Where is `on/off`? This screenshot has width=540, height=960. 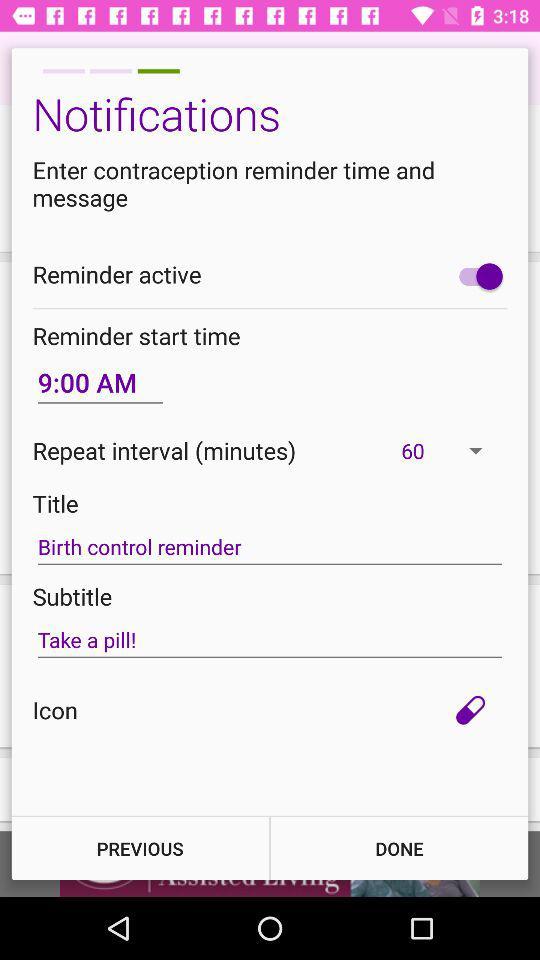
on/off is located at coordinates (475, 275).